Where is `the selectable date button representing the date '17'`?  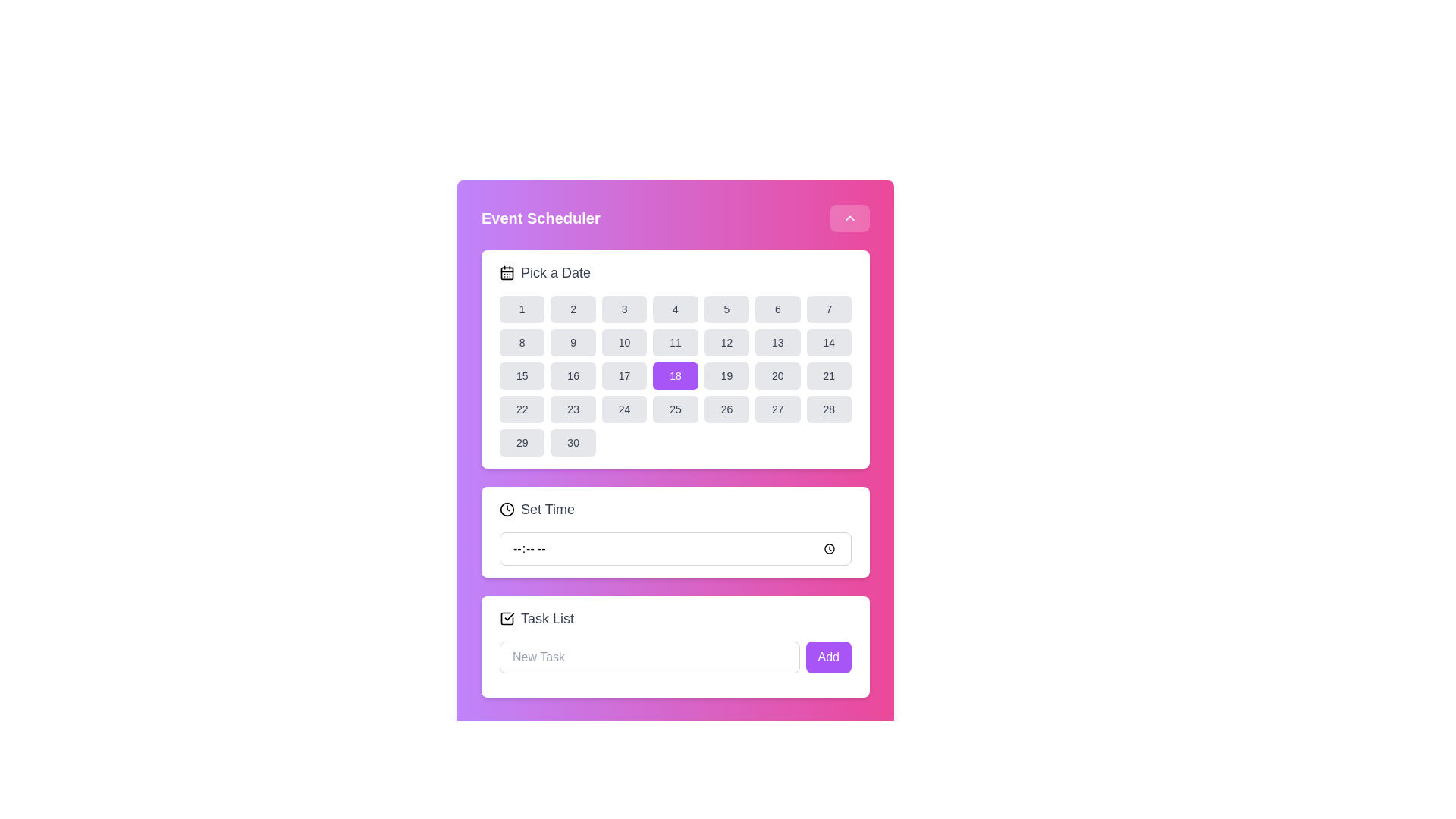
the selectable date button representing the date '17' is located at coordinates (624, 375).